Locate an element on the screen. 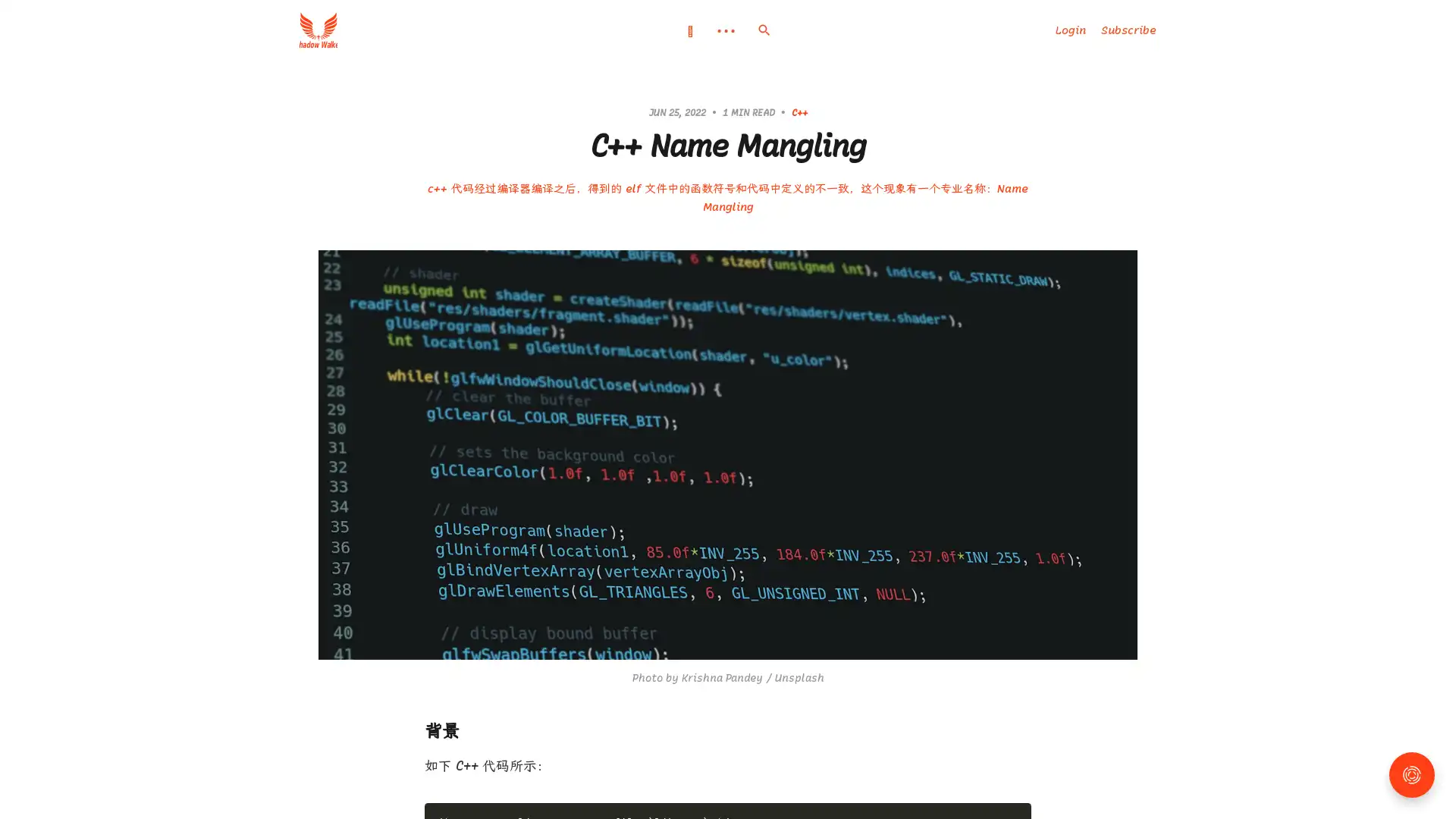 The image size is (1456, 819). Copy is located at coordinates (1014, 809).